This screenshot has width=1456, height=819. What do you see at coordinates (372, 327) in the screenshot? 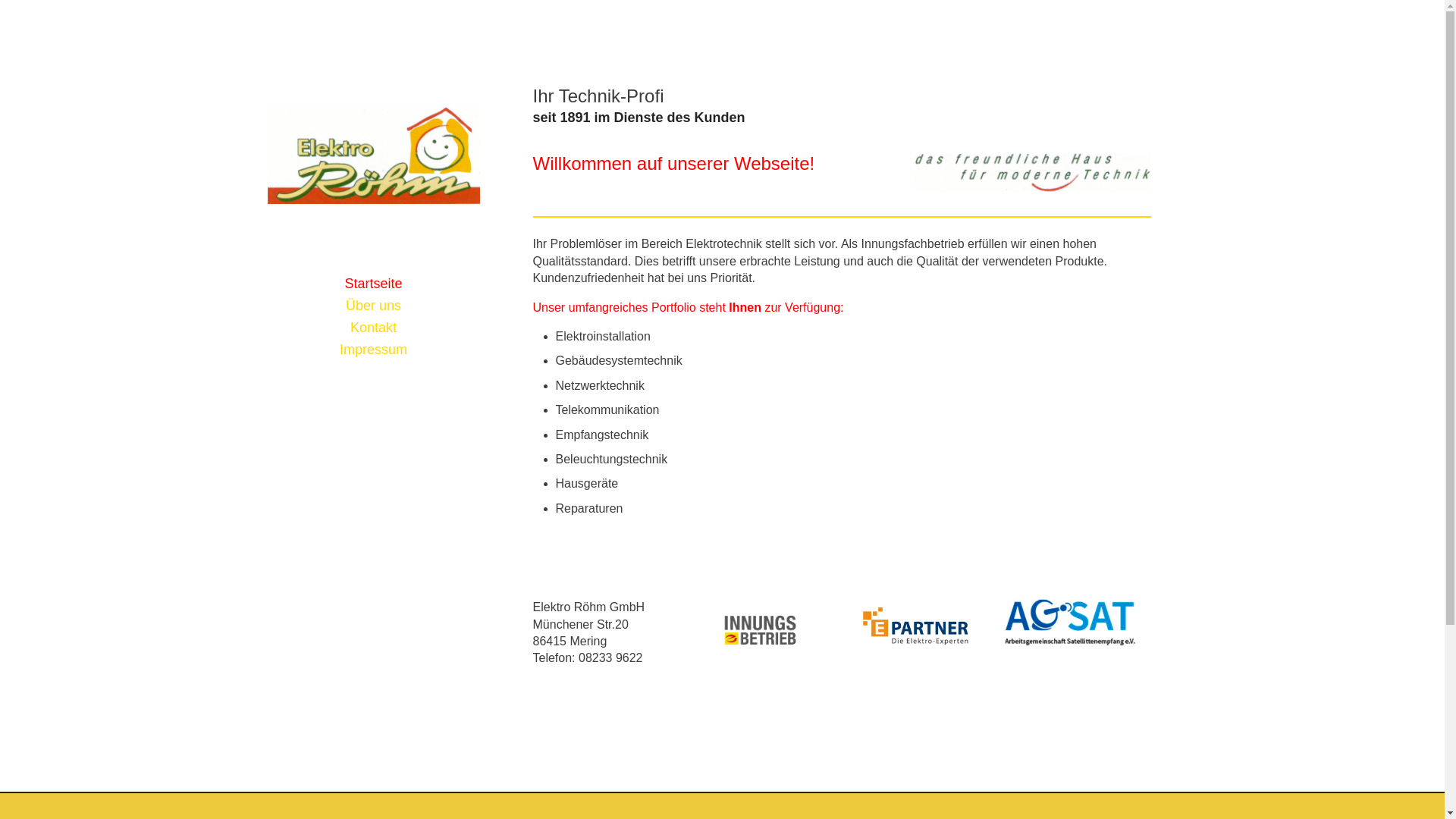
I see `'Kontakt'` at bounding box center [372, 327].